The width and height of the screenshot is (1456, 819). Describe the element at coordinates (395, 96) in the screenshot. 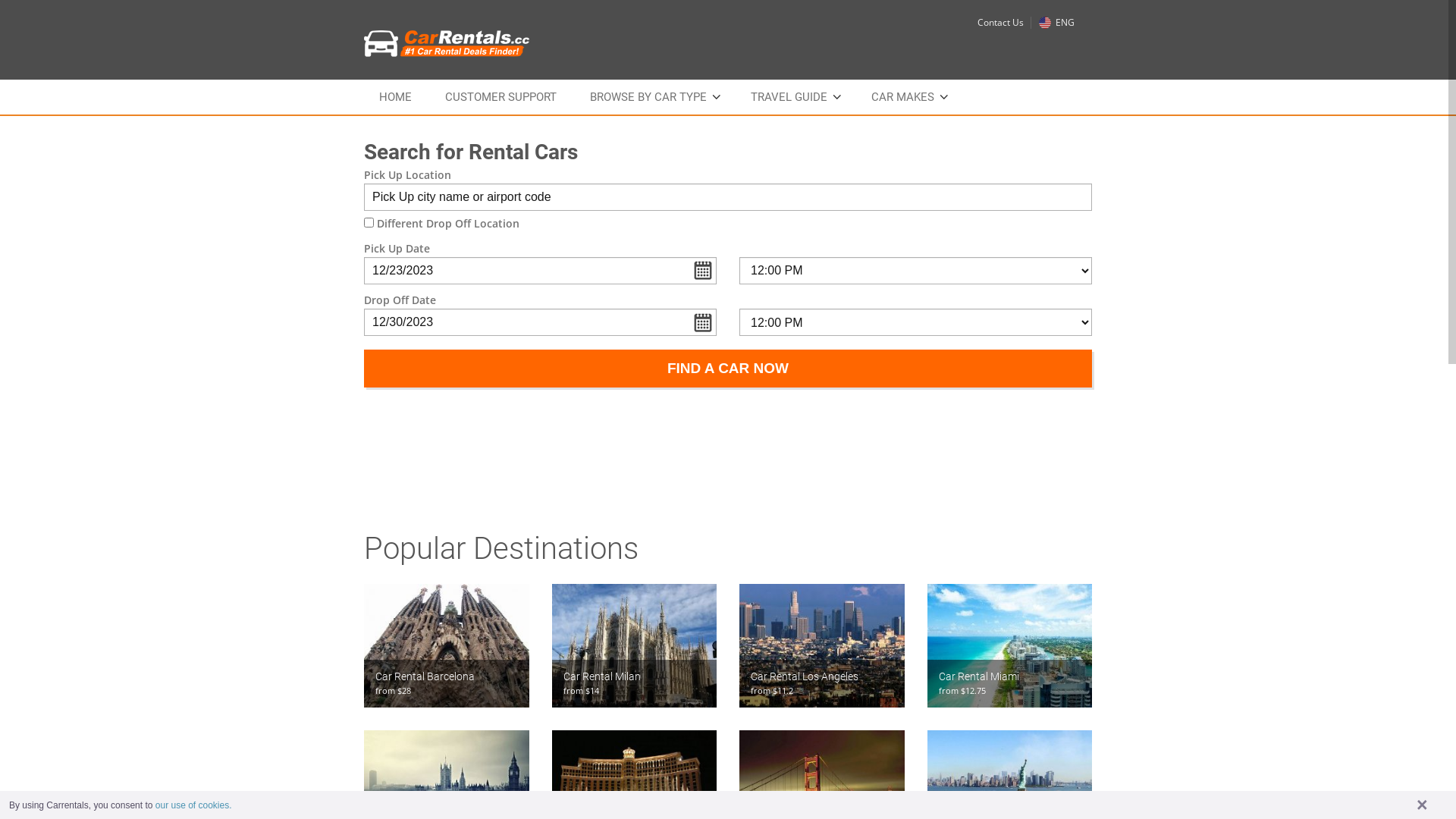

I see `'HOME'` at that location.